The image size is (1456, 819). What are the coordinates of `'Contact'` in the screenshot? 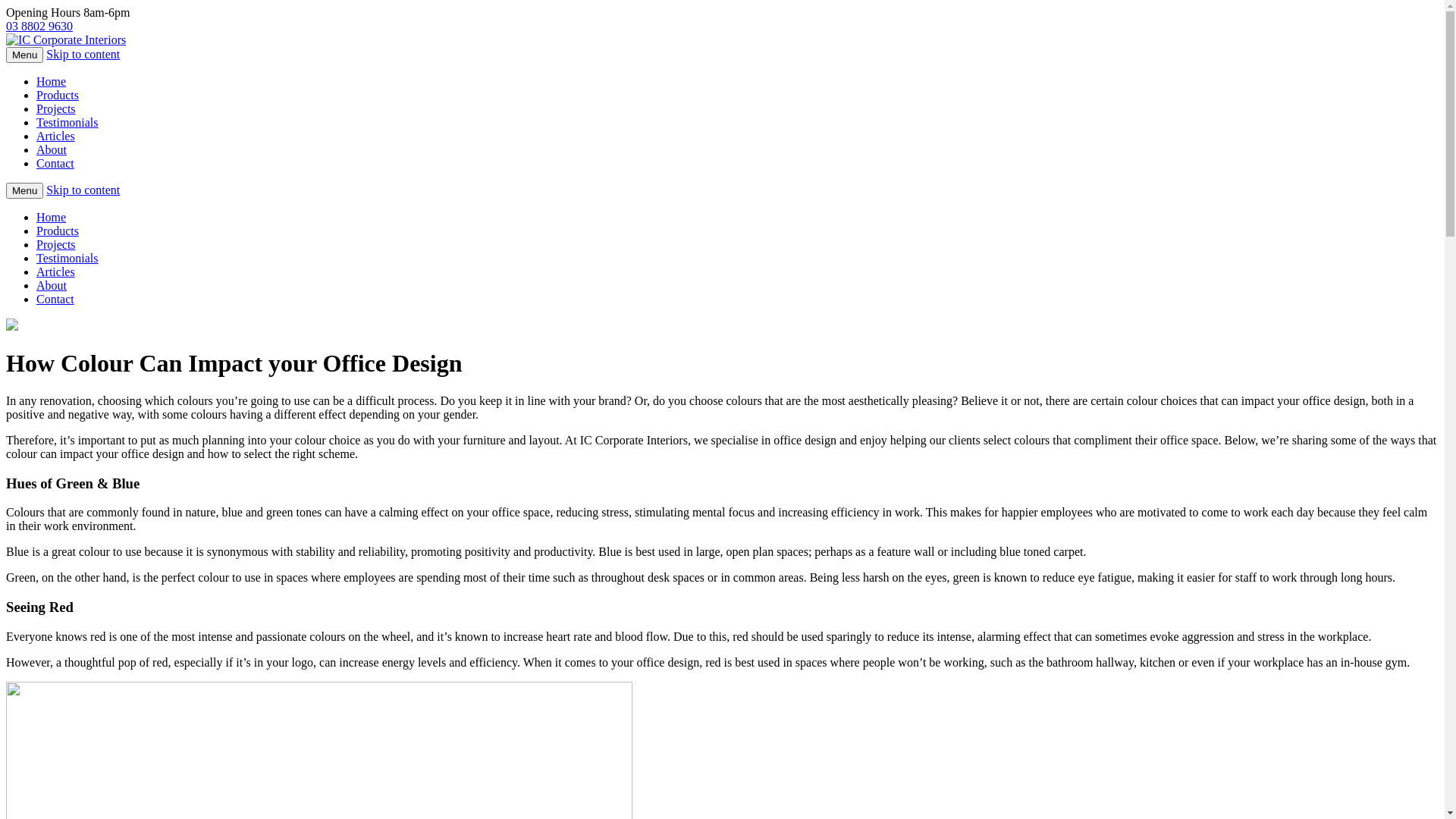 It's located at (36, 163).